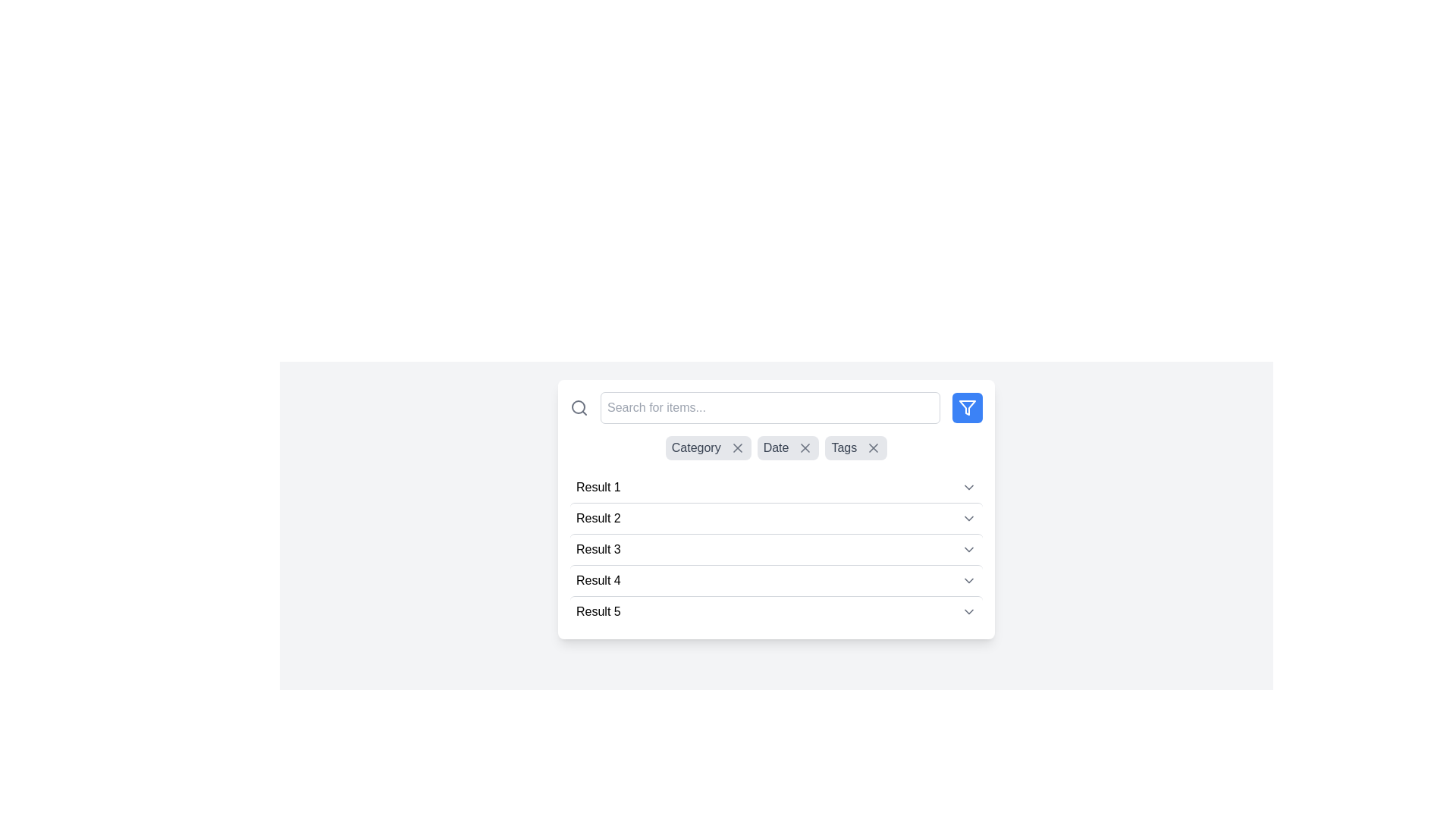 This screenshot has height=819, width=1456. I want to click on the chevron icon located to the right of 'Result 5', so click(968, 610).